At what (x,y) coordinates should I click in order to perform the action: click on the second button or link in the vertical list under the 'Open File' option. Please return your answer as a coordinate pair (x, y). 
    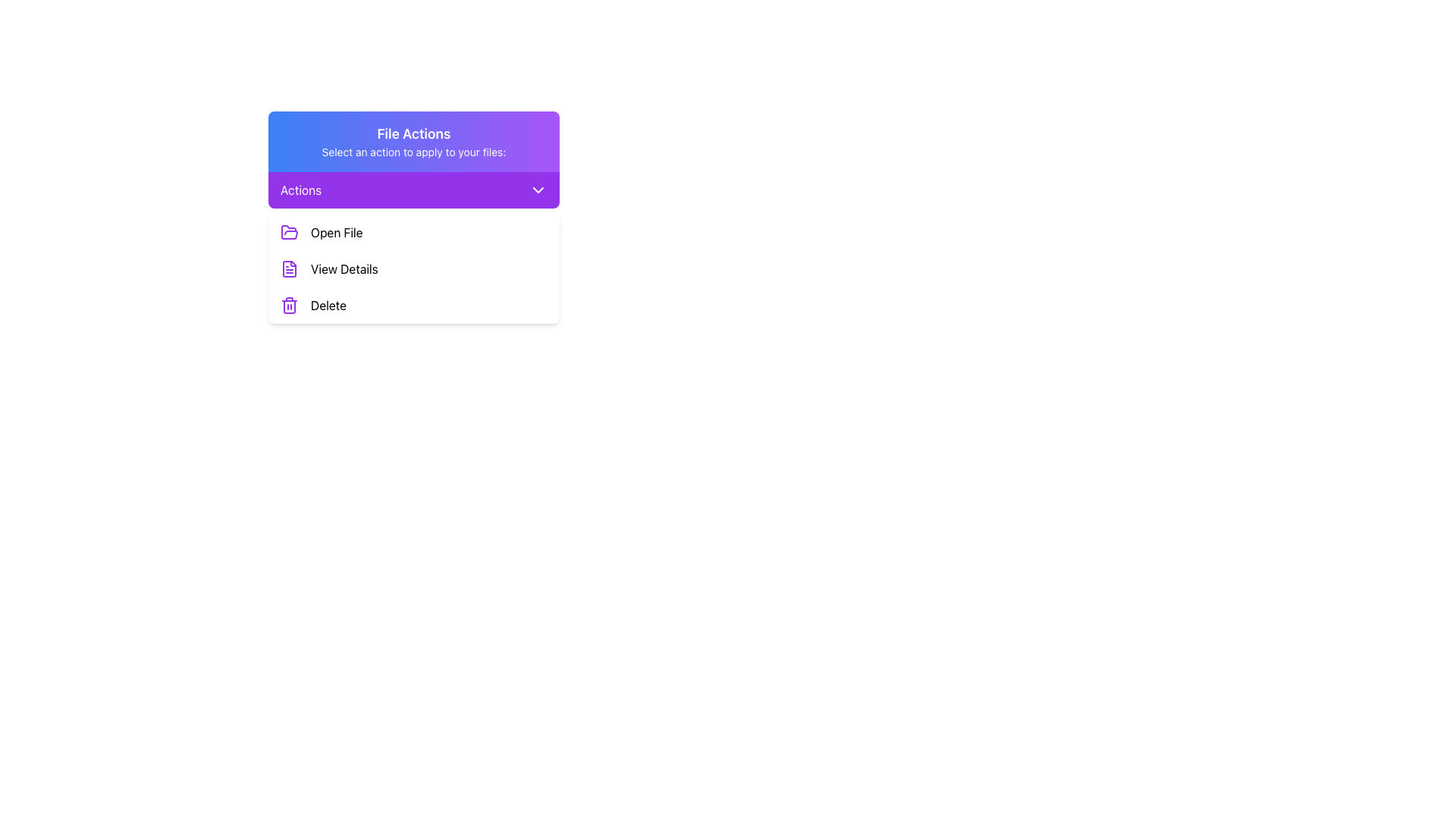
    Looking at the image, I should click on (344, 268).